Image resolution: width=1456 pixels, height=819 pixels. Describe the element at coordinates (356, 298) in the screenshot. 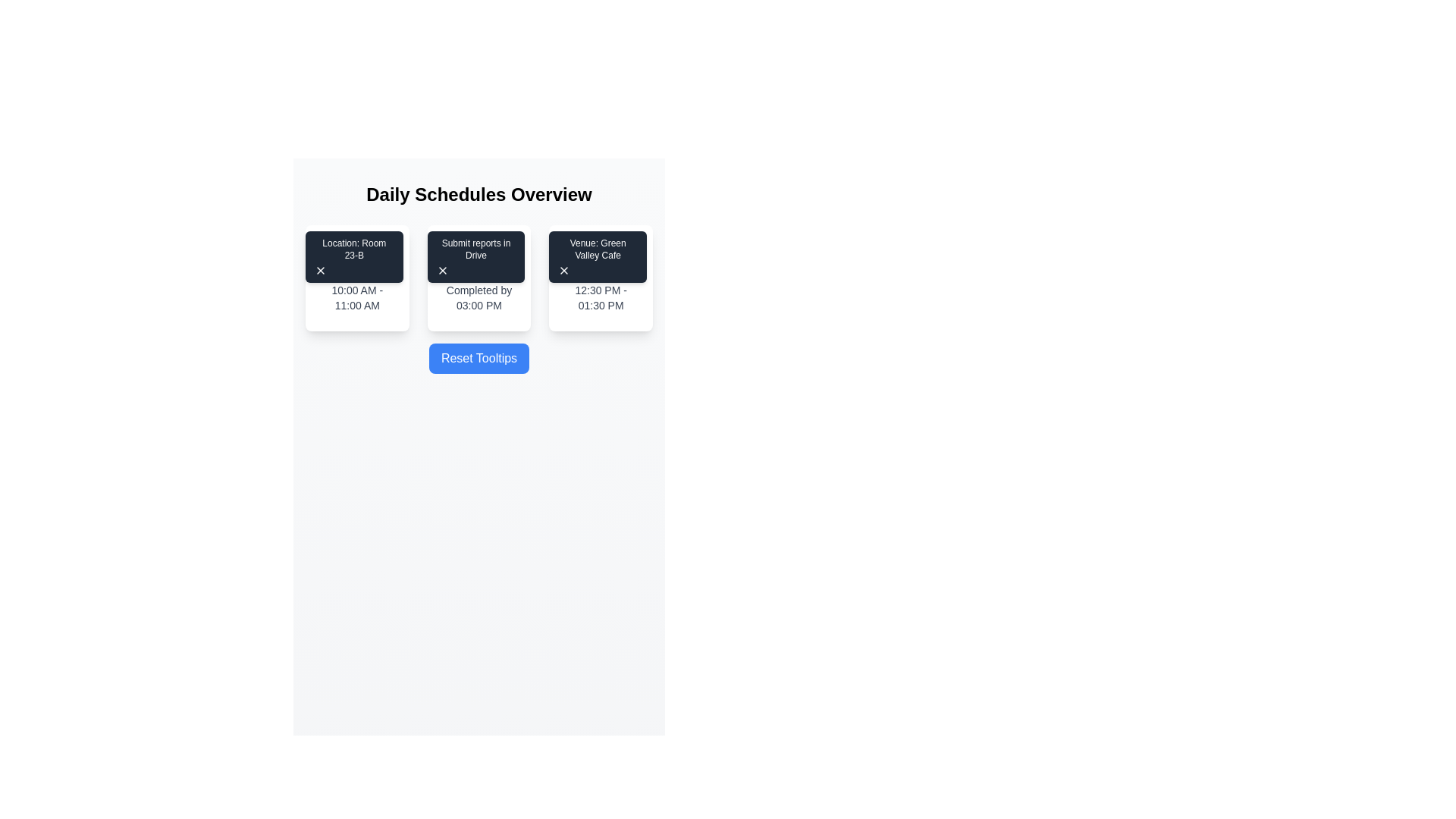

I see `the static informational text displaying the time range for the 'Marketing Meeting' event, which is located beneath the title in the top-left card of the layout` at that location.